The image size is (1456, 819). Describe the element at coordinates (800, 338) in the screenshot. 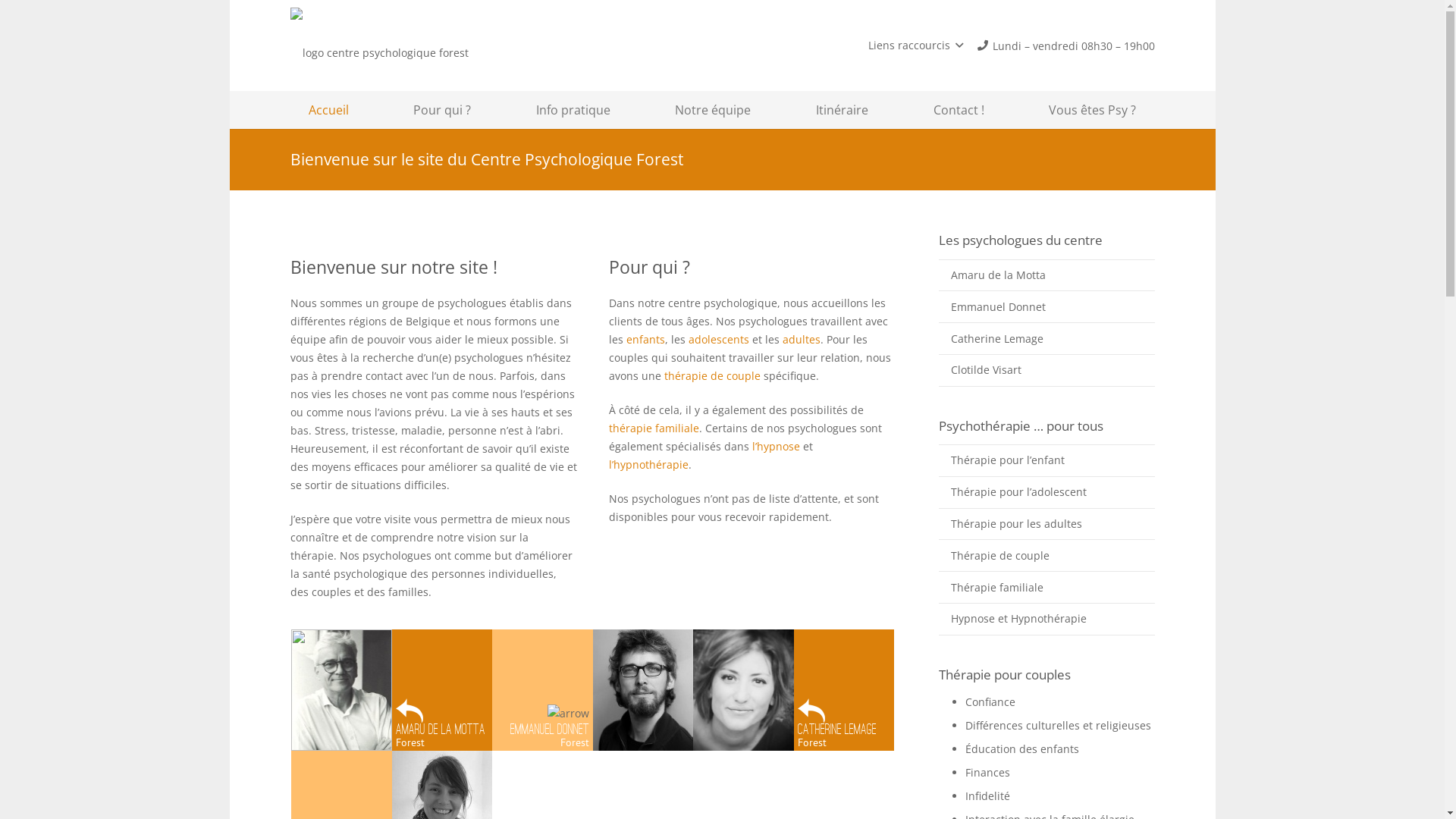

I see `'adultes'` at that location.